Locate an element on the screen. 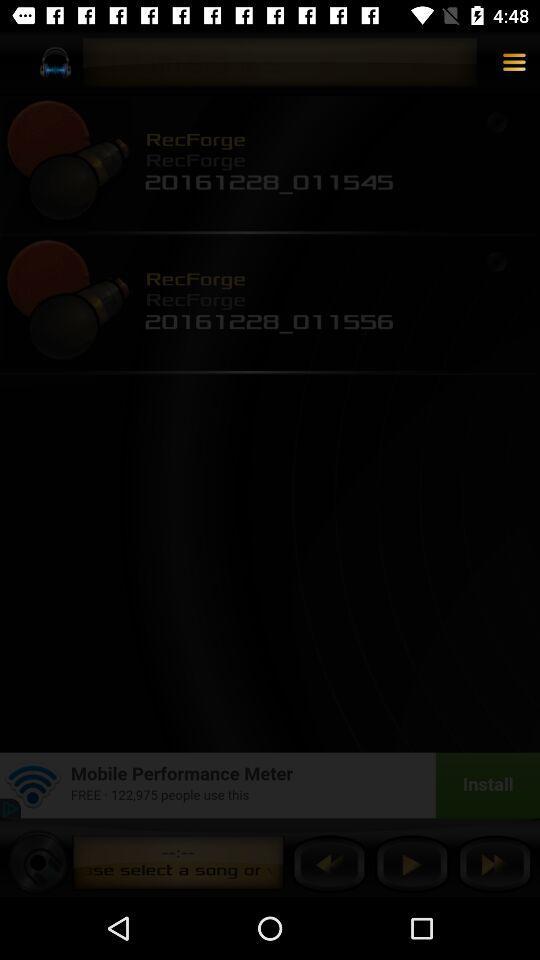  previous button is located at coordinates (329, 863).